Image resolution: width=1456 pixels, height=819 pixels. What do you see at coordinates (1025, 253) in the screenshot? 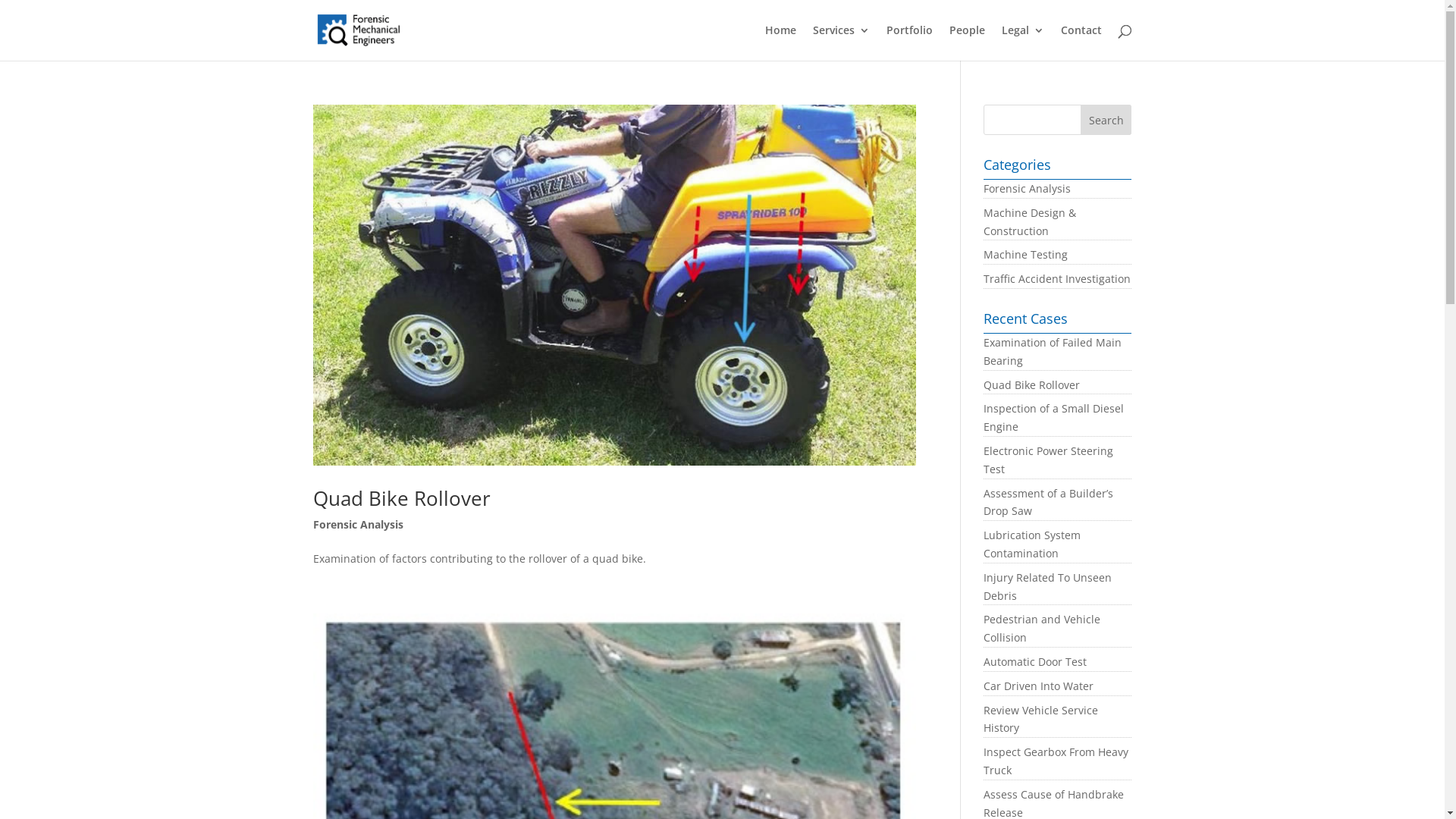
I see `'Machine Testing'` at bounding box center [1025, 253].